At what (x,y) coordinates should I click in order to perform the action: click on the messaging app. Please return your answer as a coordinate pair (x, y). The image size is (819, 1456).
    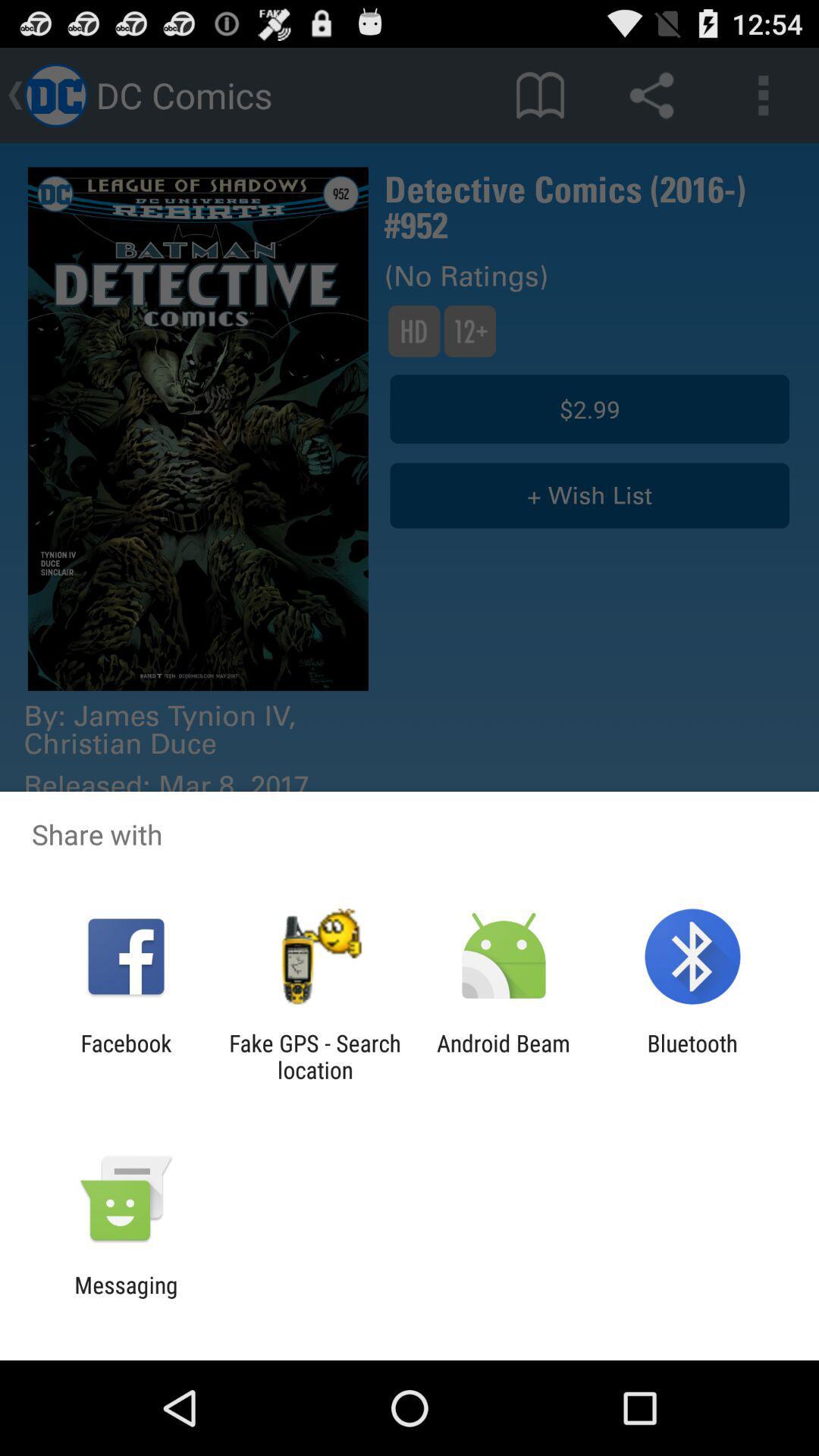
    Looking at the image, I should click on (125, 1298).